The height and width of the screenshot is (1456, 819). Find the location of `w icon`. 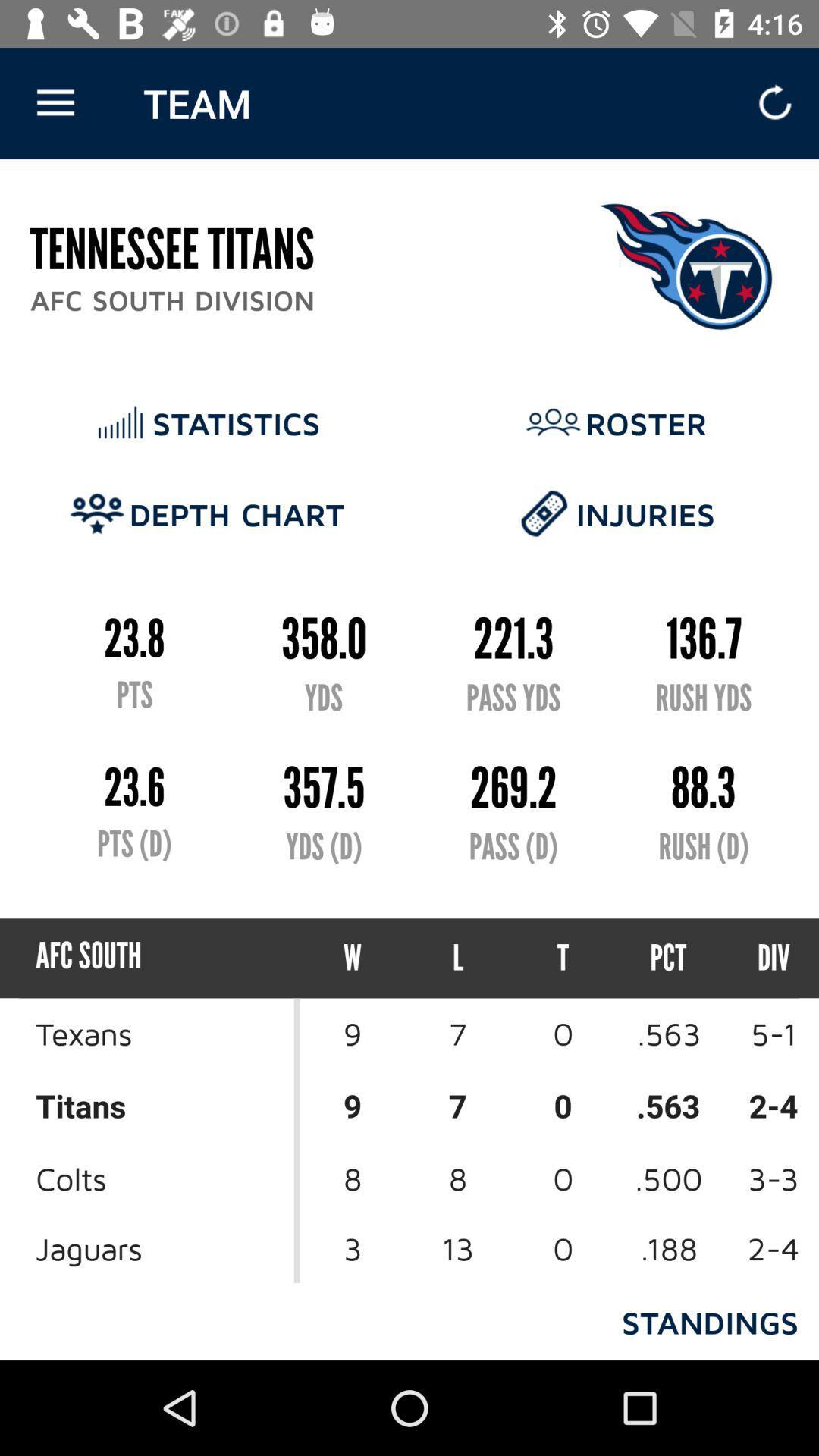

w icon is located at coordinates (353, 957).